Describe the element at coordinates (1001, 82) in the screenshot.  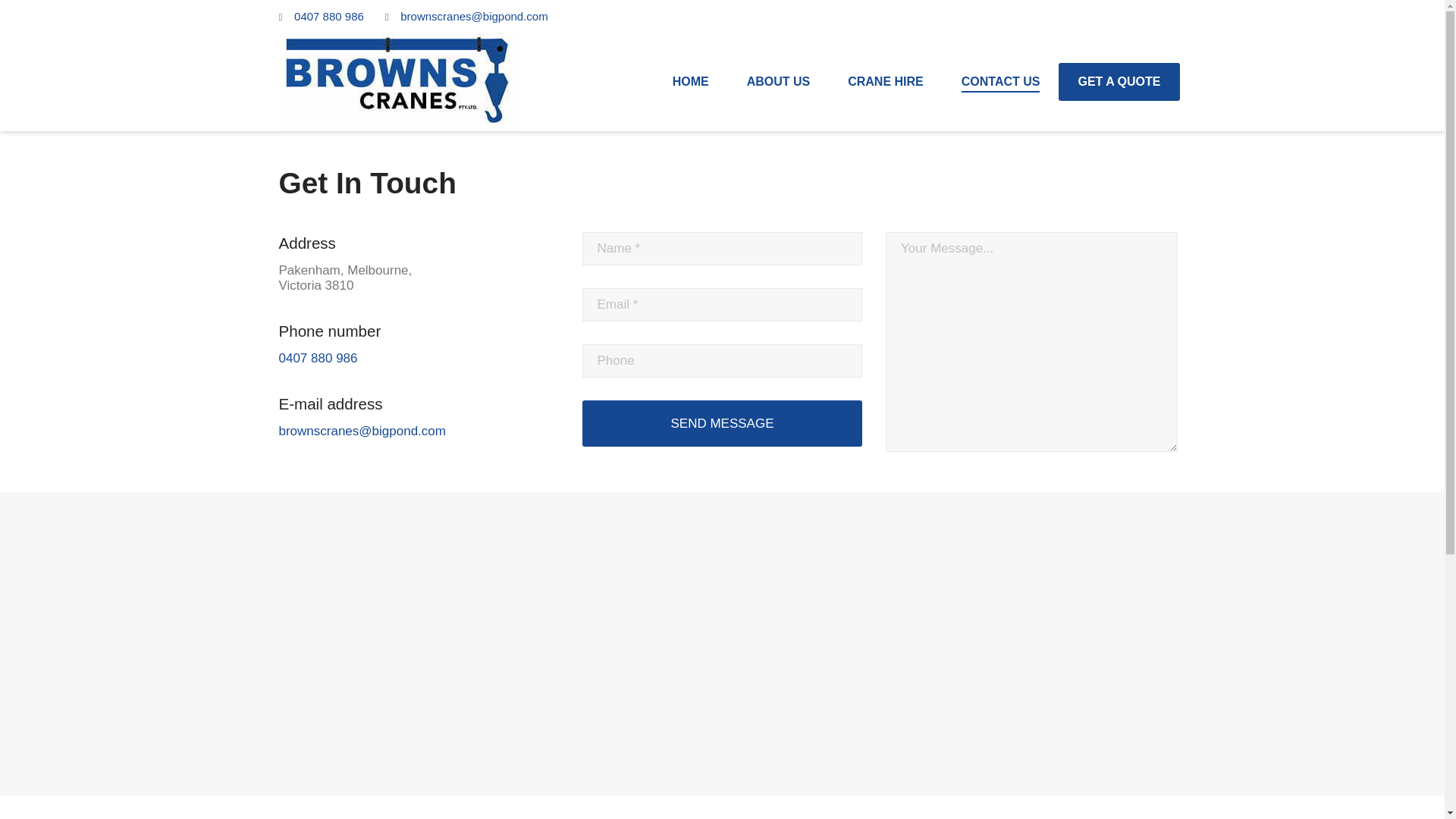
I see `'CONTACT US'` at that location.